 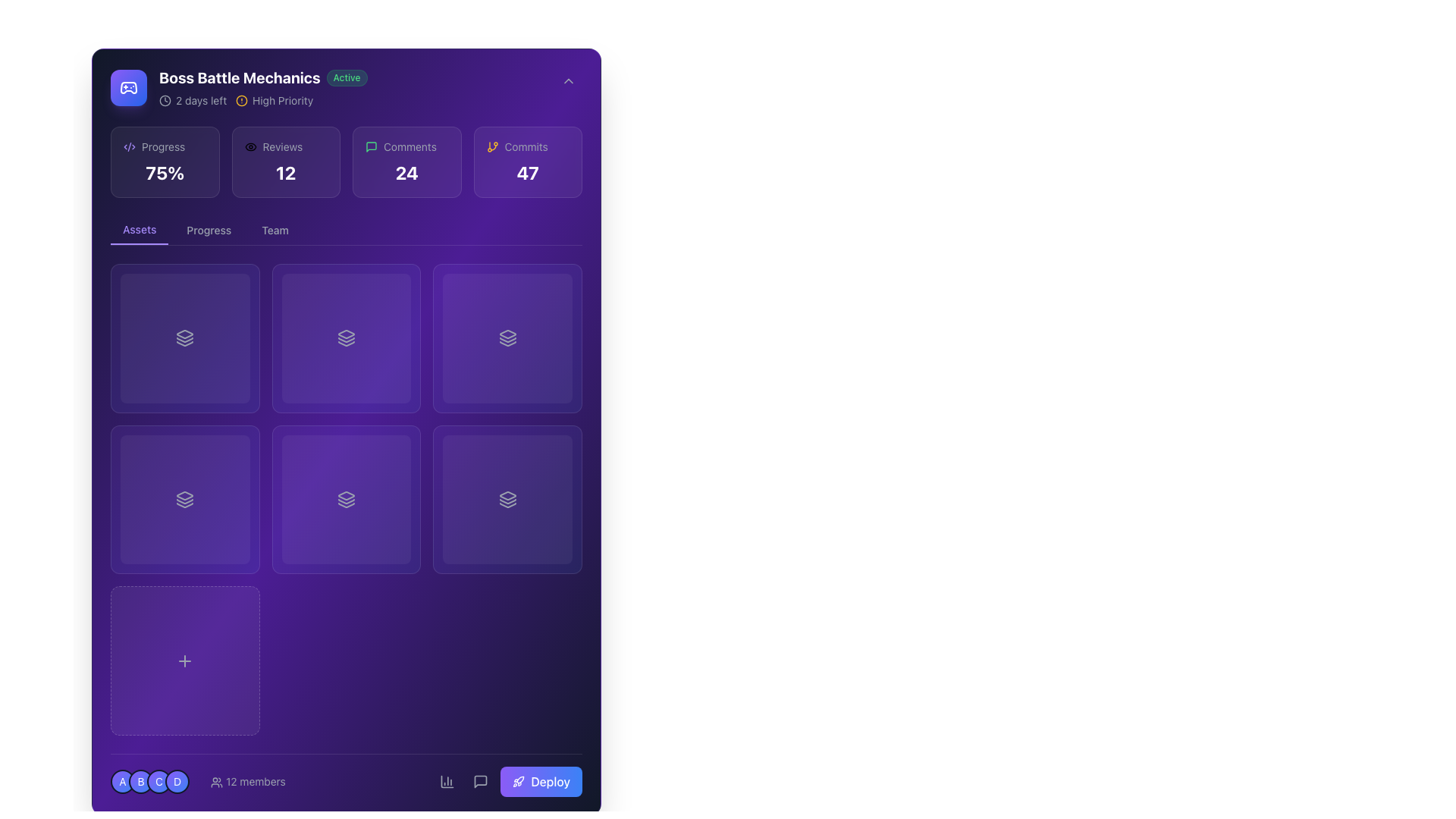 I want to click on the interactive grid item located in the middle column of the lower row, which is directly below the middle item of the top row, so click(x=345, y=500).